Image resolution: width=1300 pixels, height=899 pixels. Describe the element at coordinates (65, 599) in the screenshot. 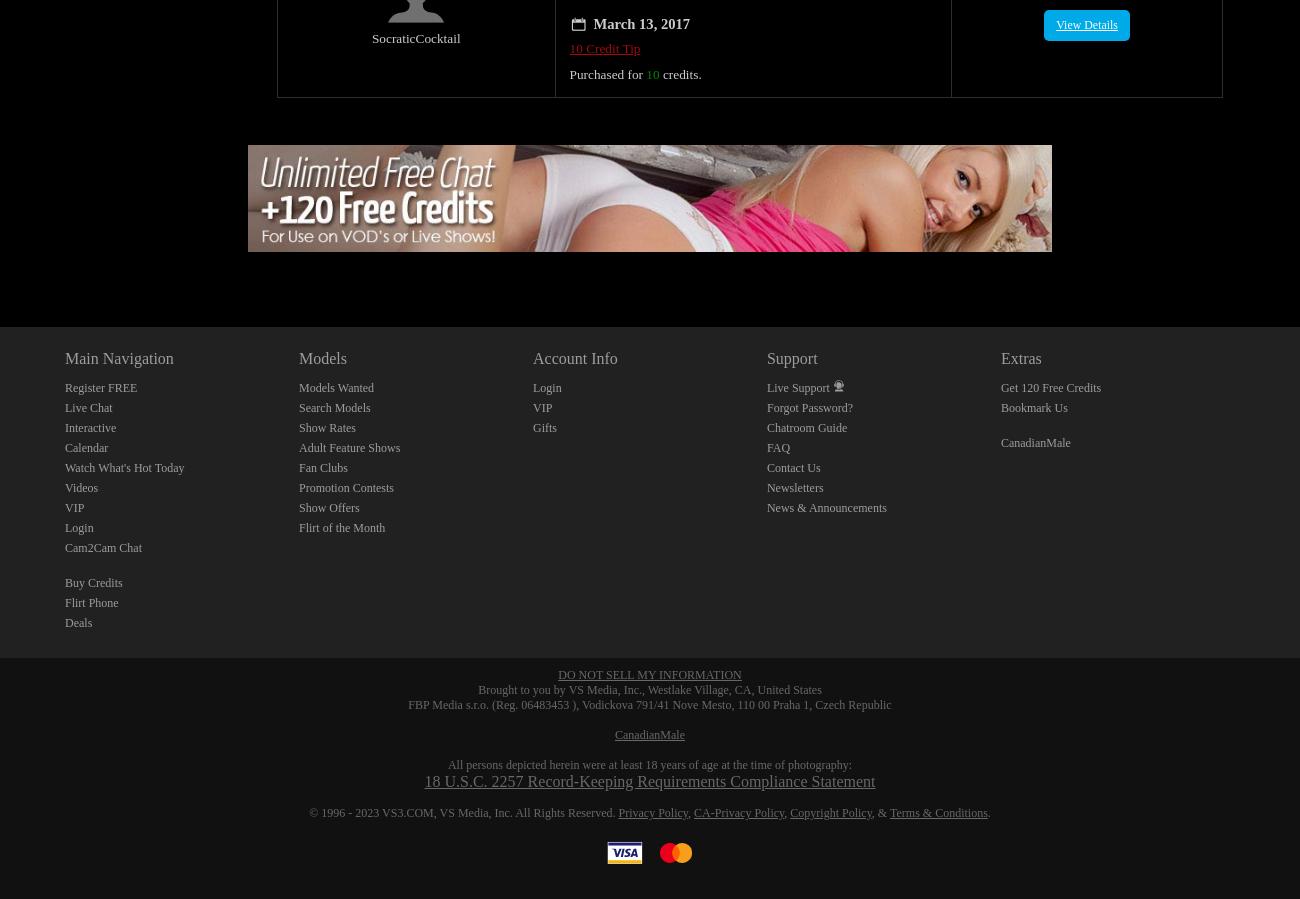

I see `'Deals'` at that location.